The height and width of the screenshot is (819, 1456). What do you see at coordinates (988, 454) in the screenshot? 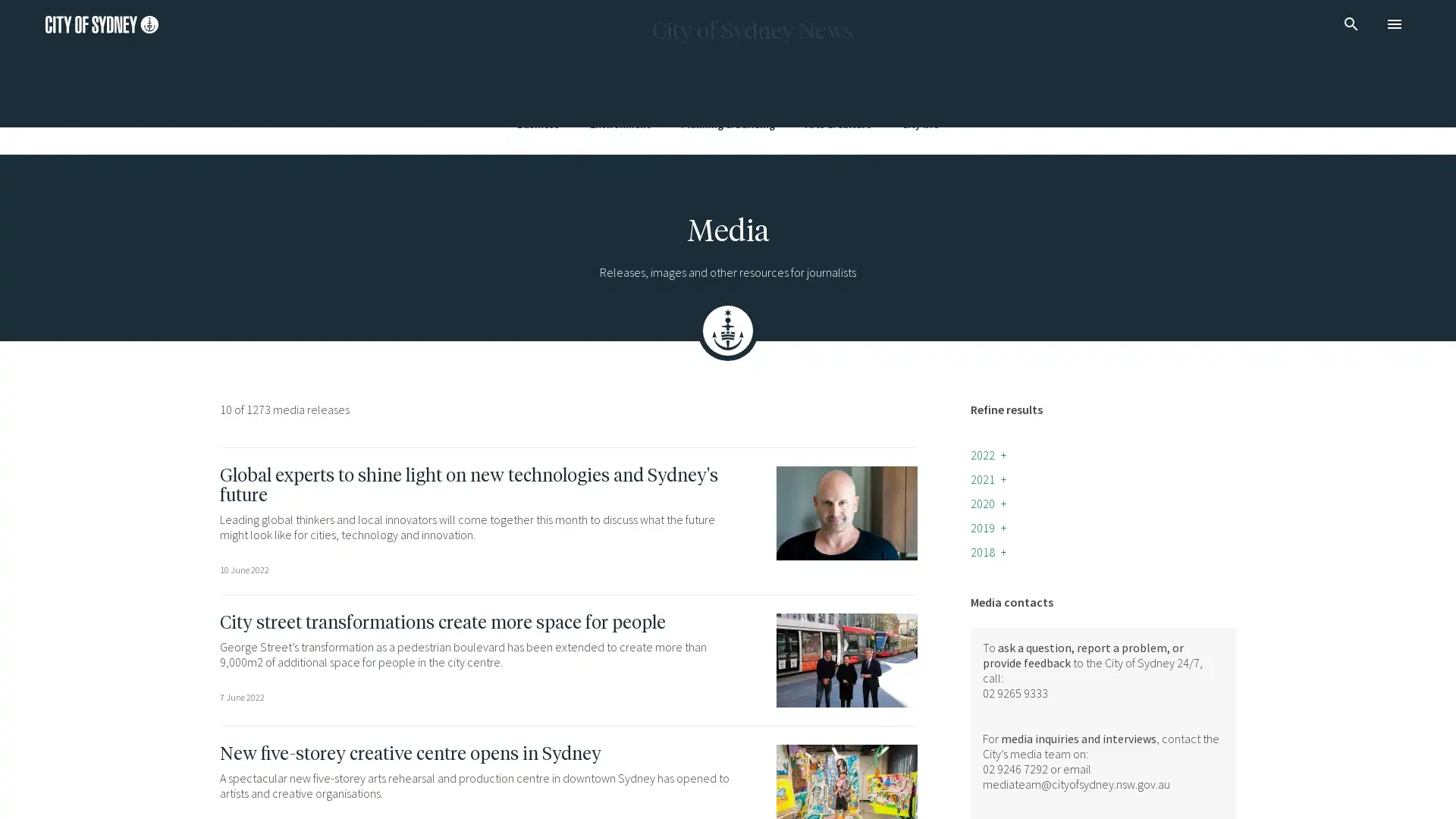
I see `2022+` at bounding box center [988, 454].